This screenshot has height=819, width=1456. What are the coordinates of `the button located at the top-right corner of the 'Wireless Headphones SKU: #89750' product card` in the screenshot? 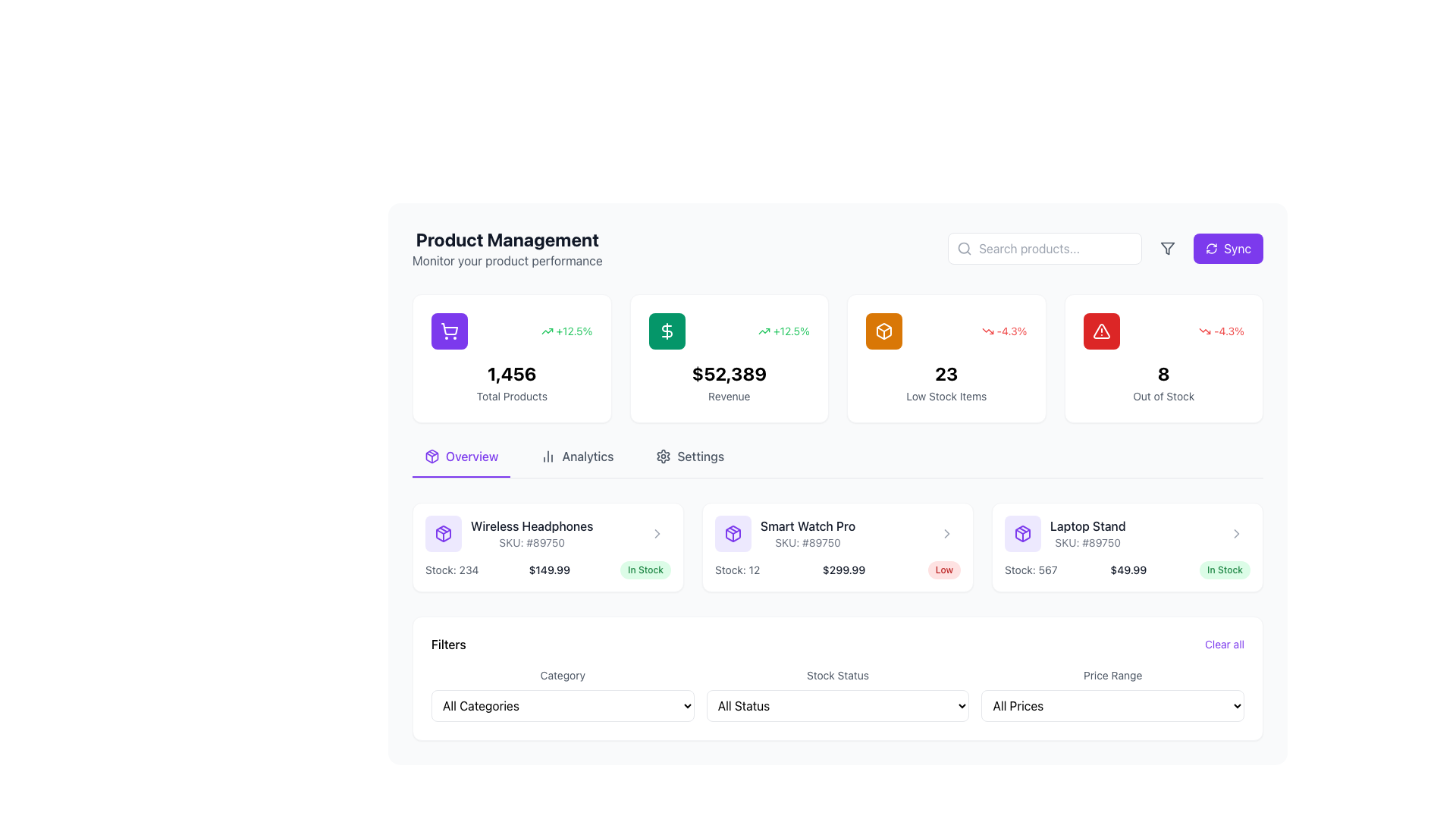 It's located at (657, 533).